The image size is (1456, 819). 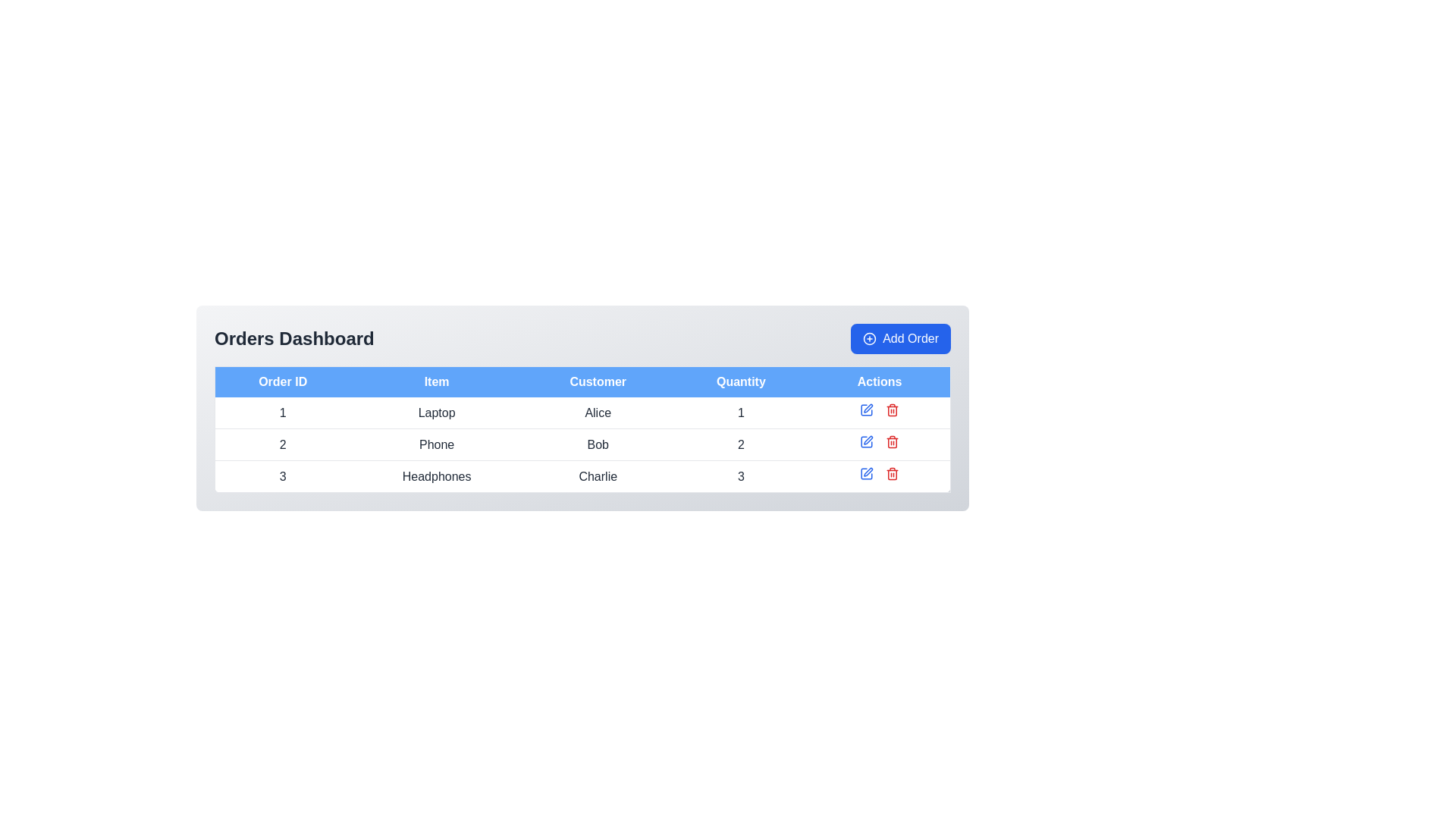 I want to click on the text block displaying '2' in bold style, located in the first column of the second row of the table, so click(x=282, y=444).